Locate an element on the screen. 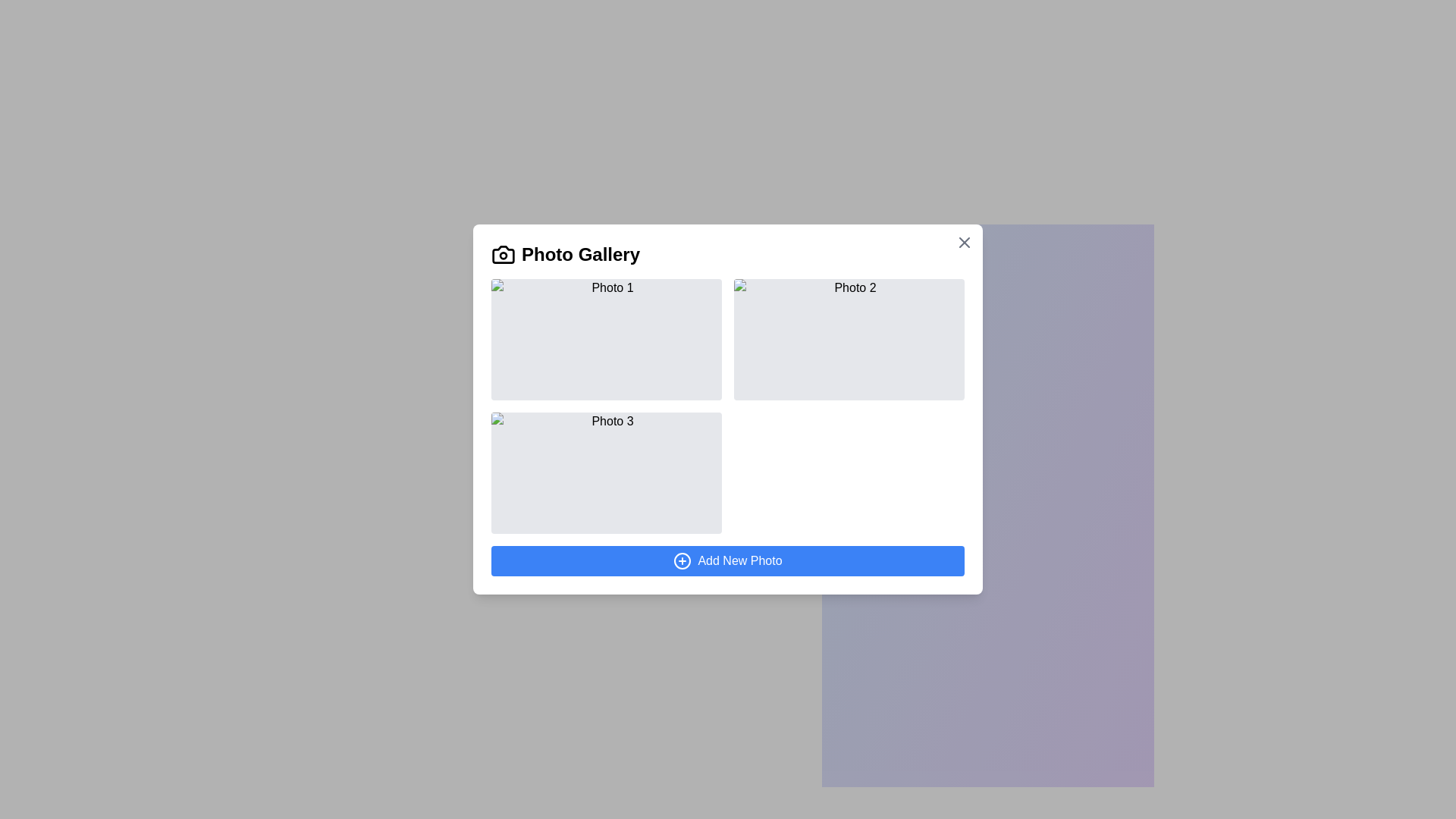 Image resolution: width=1456 pixels, height=819 pixels. the 'Add New Photo' button, which is a blue rectangular button with white text and a plus icon, located at the bottom of the 'Photo Gallery' modal is located at coordinates (728, 561).